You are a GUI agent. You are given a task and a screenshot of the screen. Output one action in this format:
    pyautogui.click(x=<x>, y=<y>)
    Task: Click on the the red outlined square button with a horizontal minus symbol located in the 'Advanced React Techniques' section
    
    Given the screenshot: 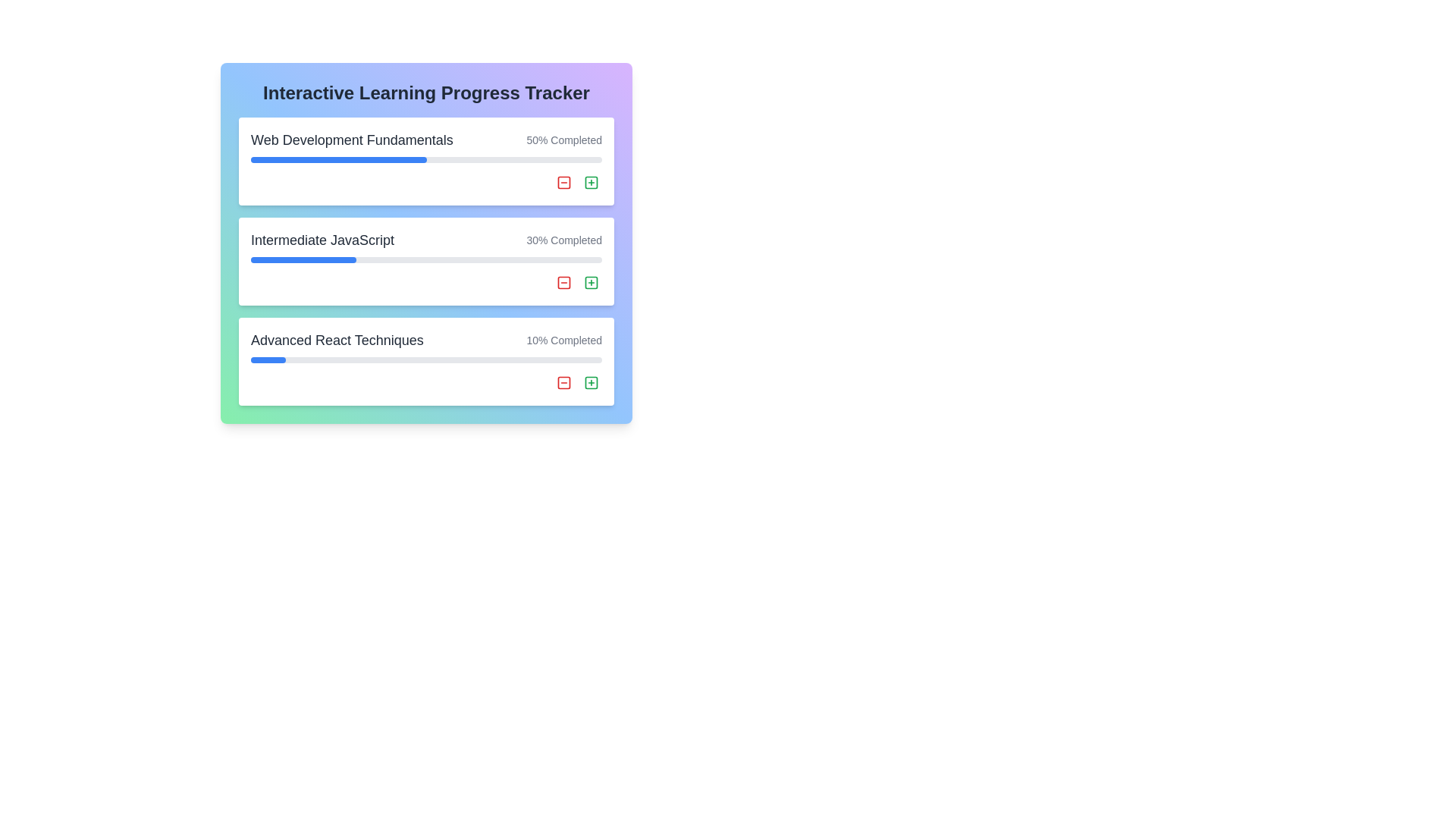 What is the action you would take?
    pyautogui.click(x=563, y=382)
    